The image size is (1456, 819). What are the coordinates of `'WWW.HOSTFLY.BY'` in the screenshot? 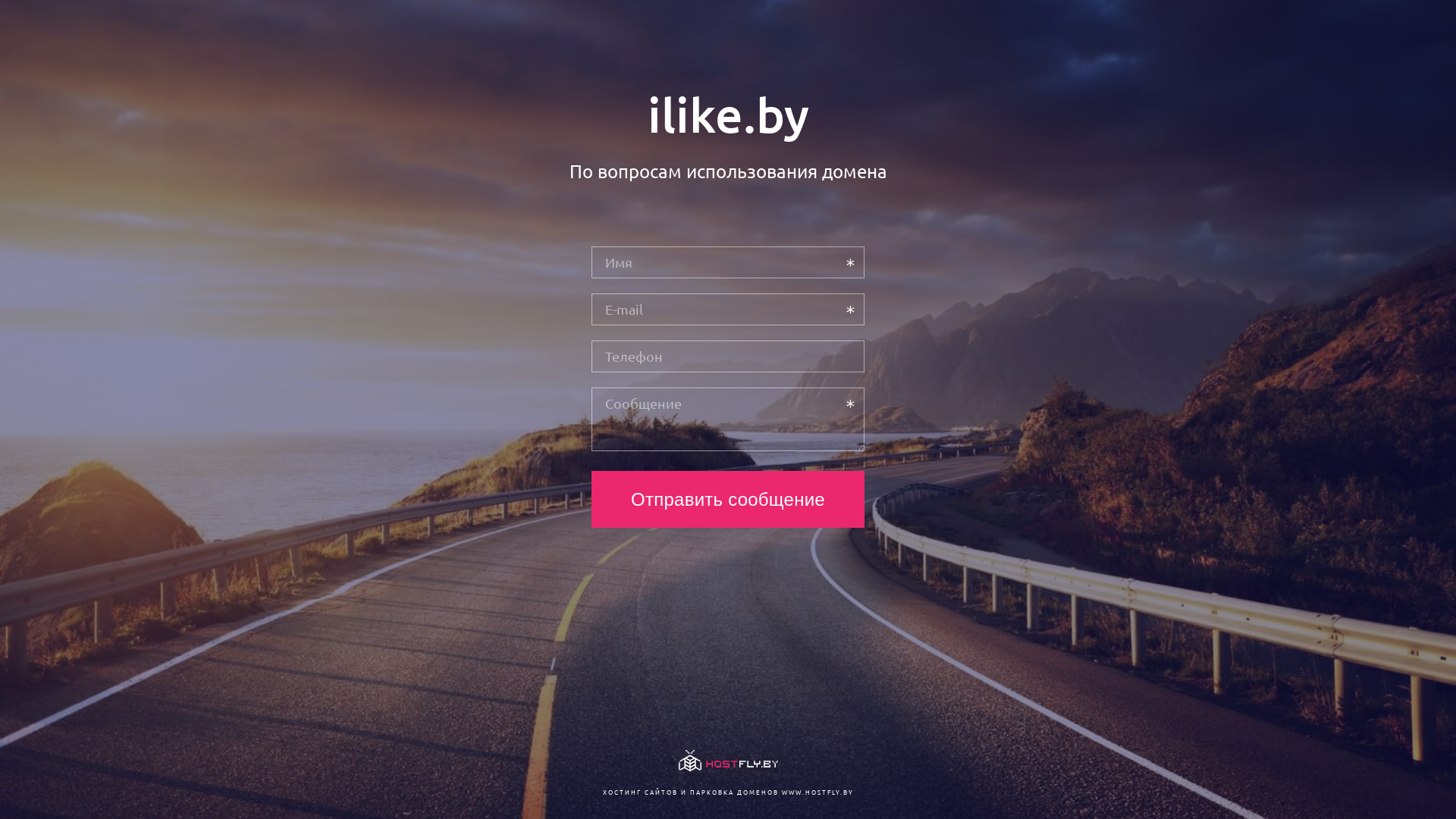 It's located at (816, 791).